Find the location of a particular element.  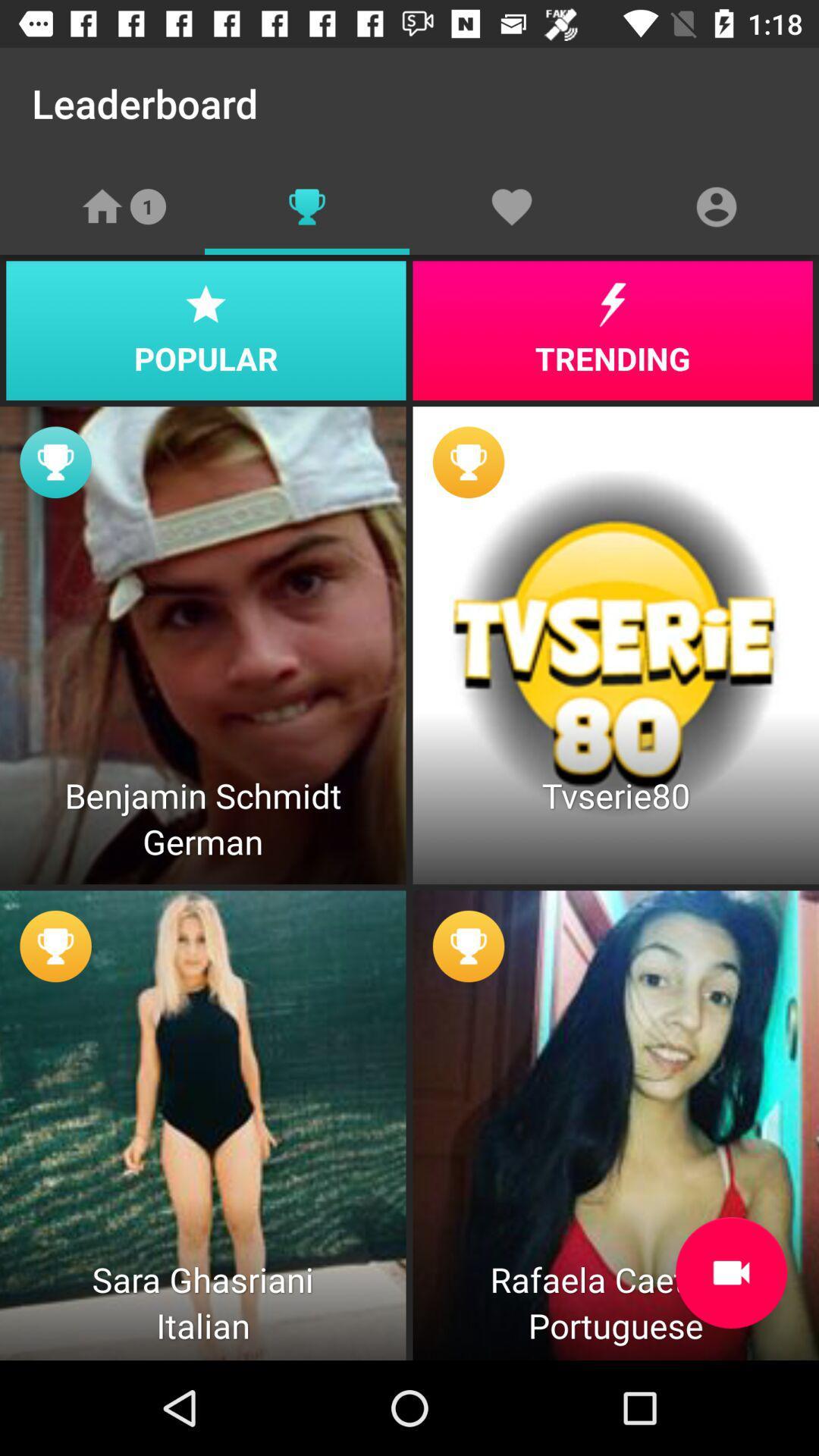

the videocam icon is located at coordinates (730, 1272).